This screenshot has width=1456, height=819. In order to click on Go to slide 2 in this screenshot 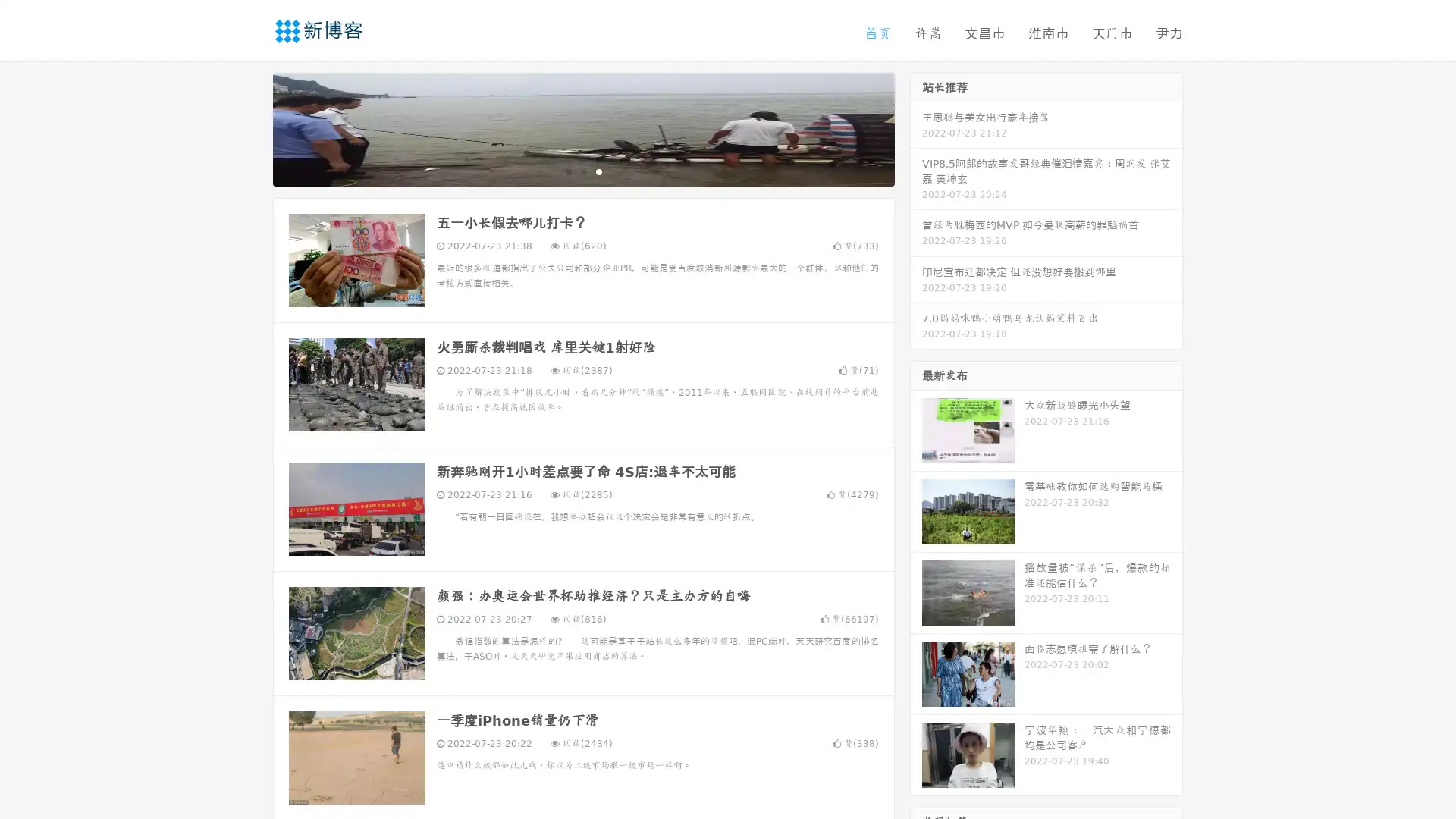, I will do `click(582, 171)`.